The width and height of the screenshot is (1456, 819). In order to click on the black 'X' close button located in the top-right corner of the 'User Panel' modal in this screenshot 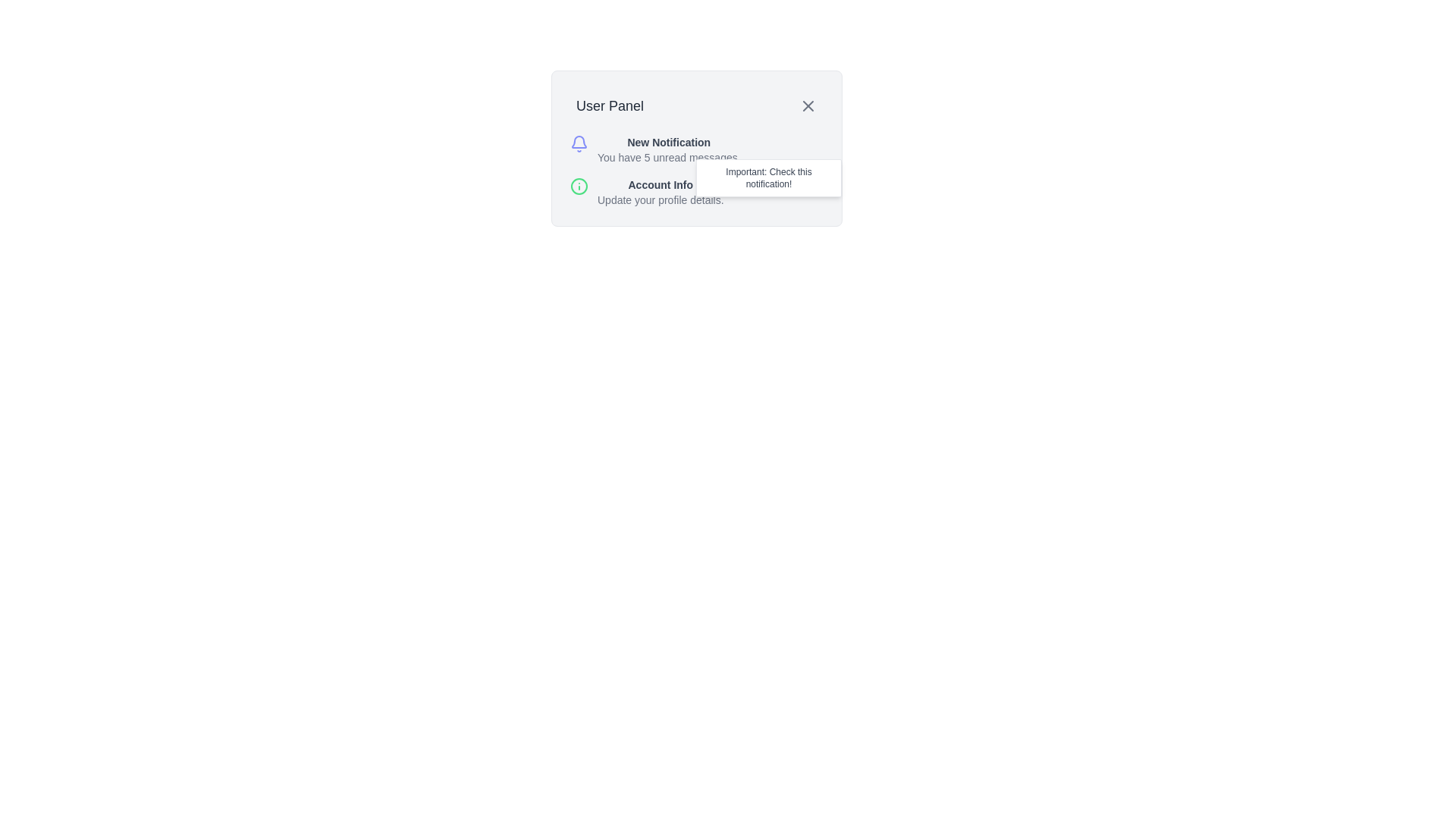, I will do `click(807, 105)`.